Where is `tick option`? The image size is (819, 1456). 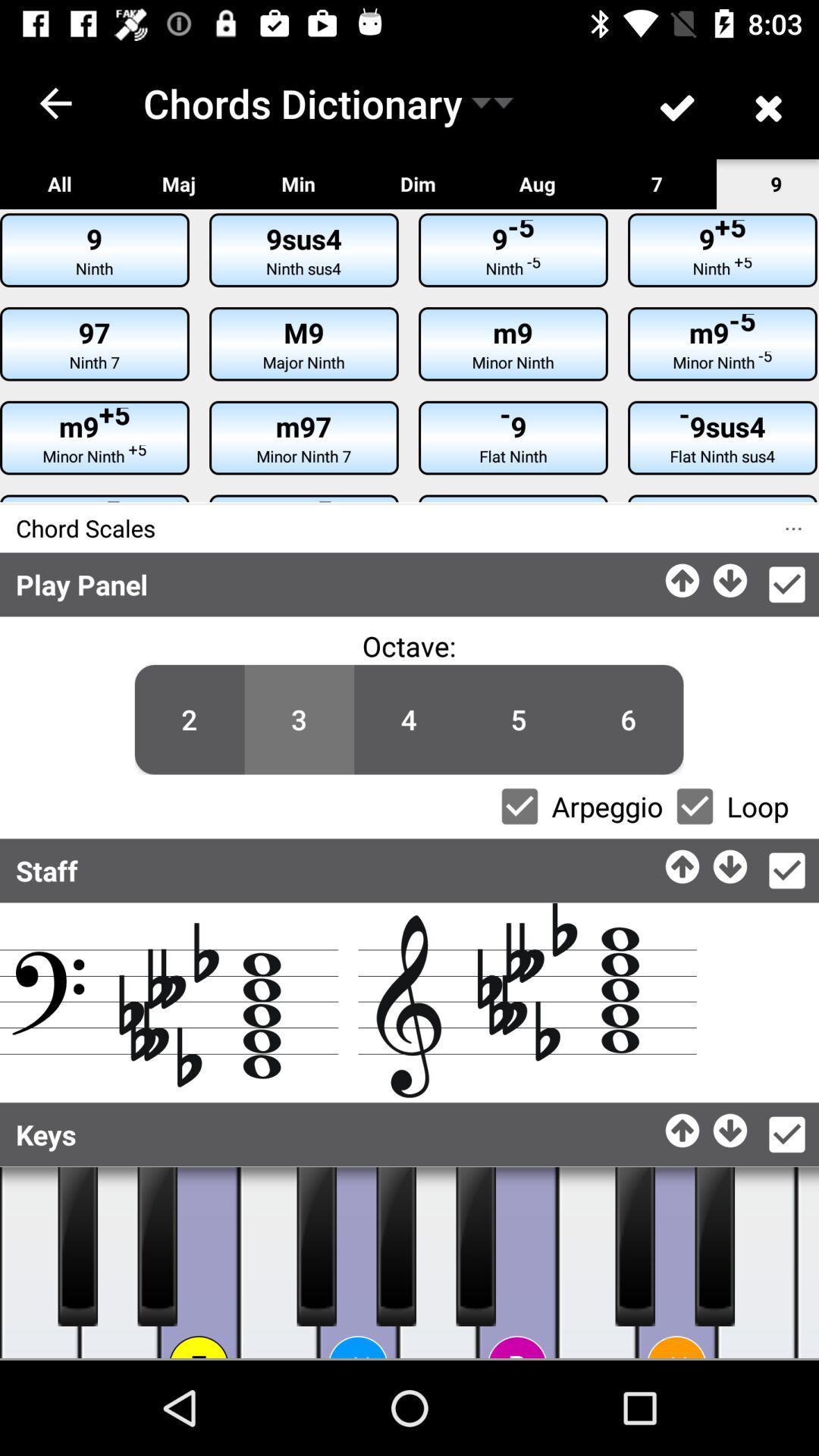 tick option is located at coordinates (786, 1134).